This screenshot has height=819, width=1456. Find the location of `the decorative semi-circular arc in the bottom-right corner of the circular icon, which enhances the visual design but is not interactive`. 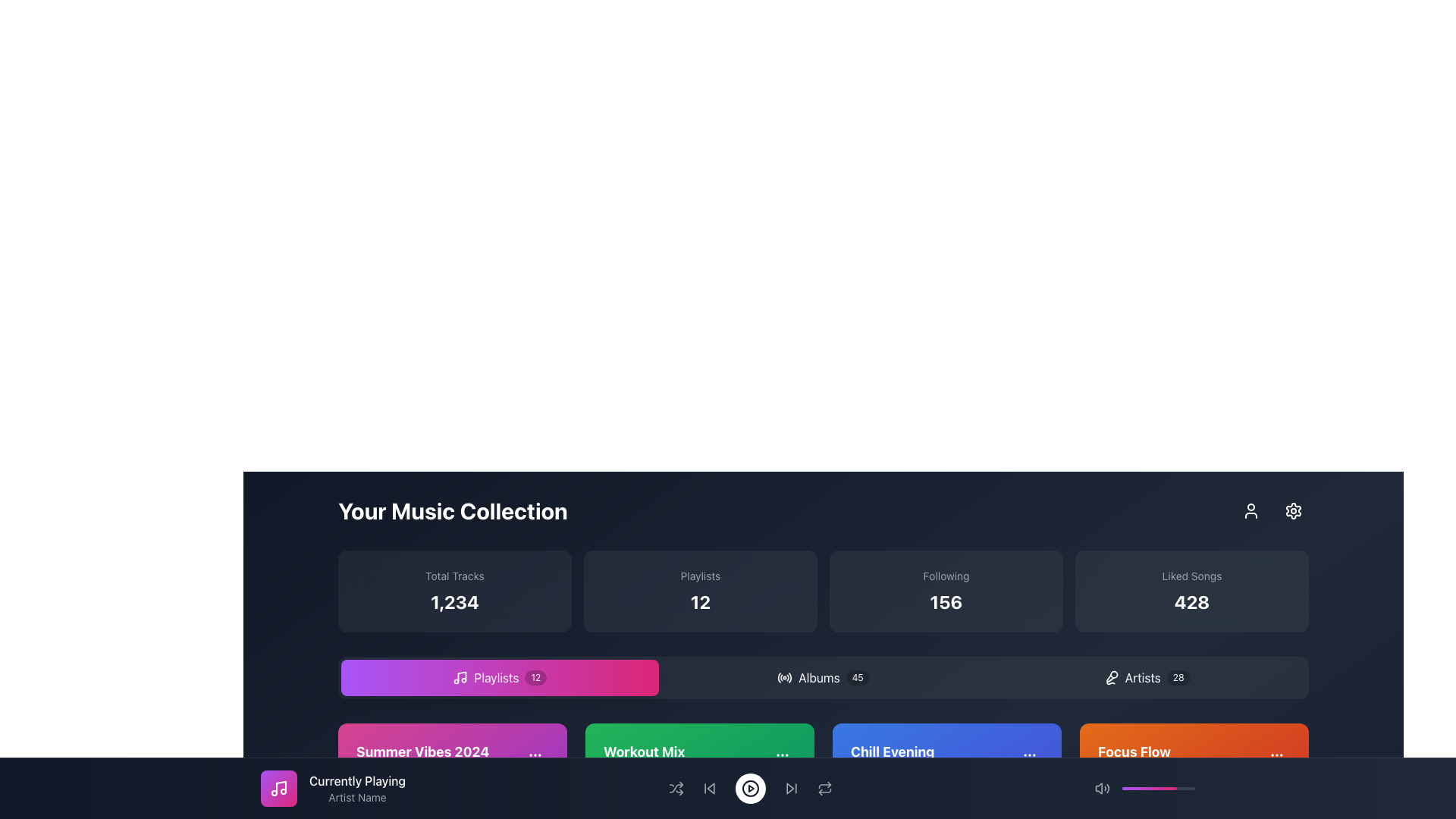

the decorative semi-circular arc in the bottom-right corner of the circular icon, which enhances the visual design but is not interactive is located at coordinates (780, 677).